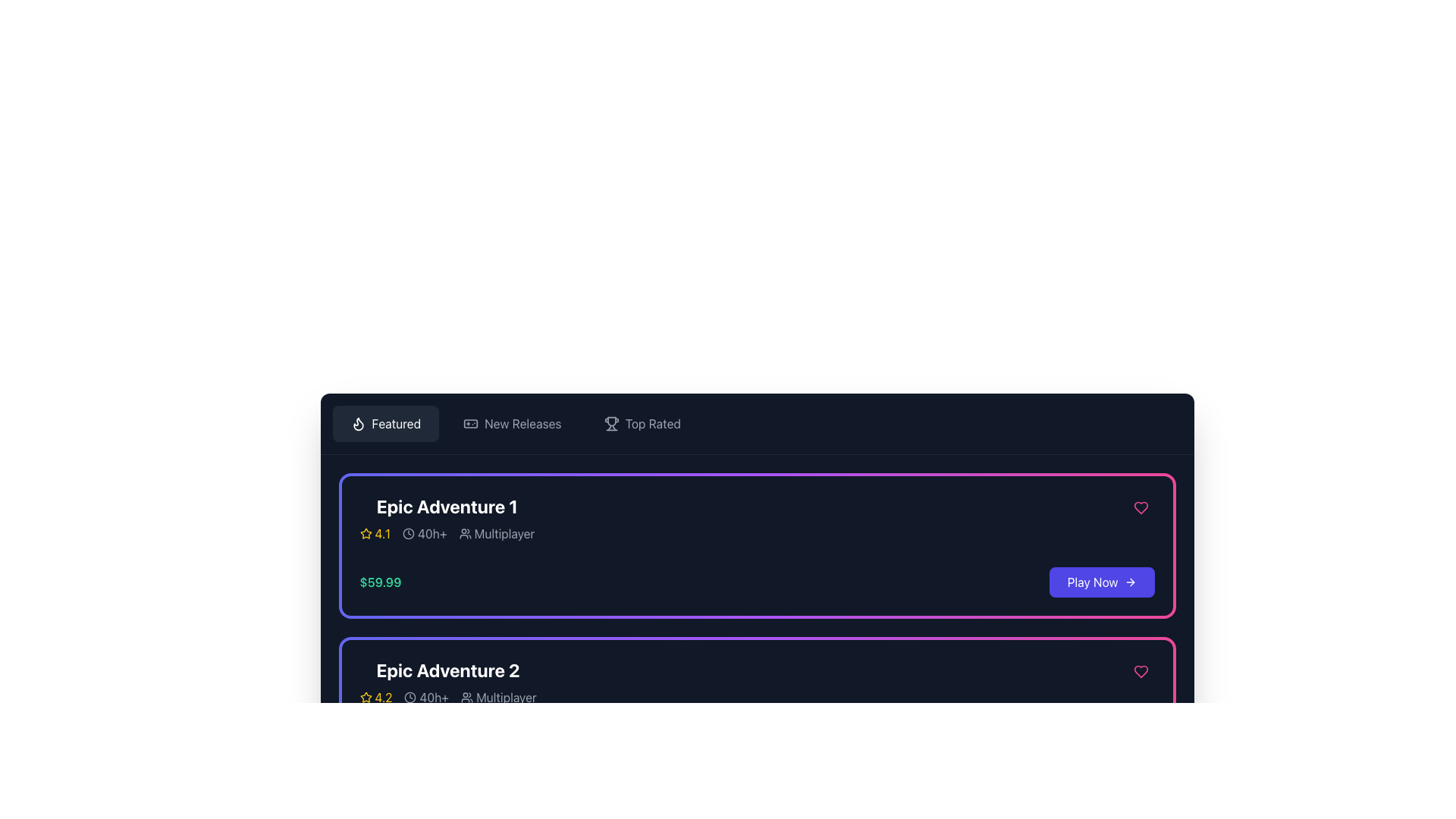 The image size is (1456, 819). What do you see at coordinates (611, 422) in the screenshot?
I see `the trophy-like icon in the header section of the interface` at bounding box center [611, 422].